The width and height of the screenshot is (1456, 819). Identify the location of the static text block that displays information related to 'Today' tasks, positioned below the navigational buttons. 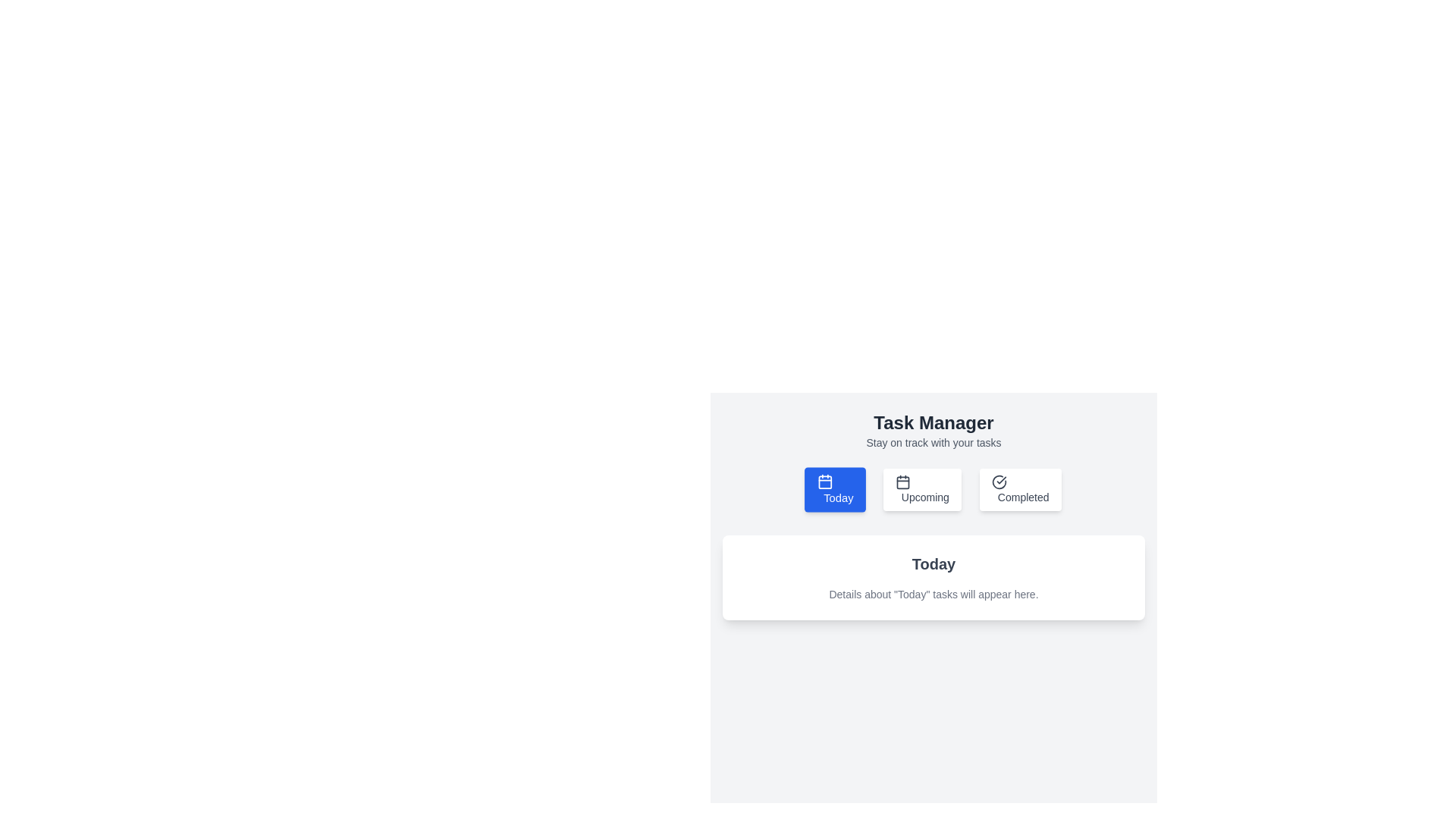
(933, 578).